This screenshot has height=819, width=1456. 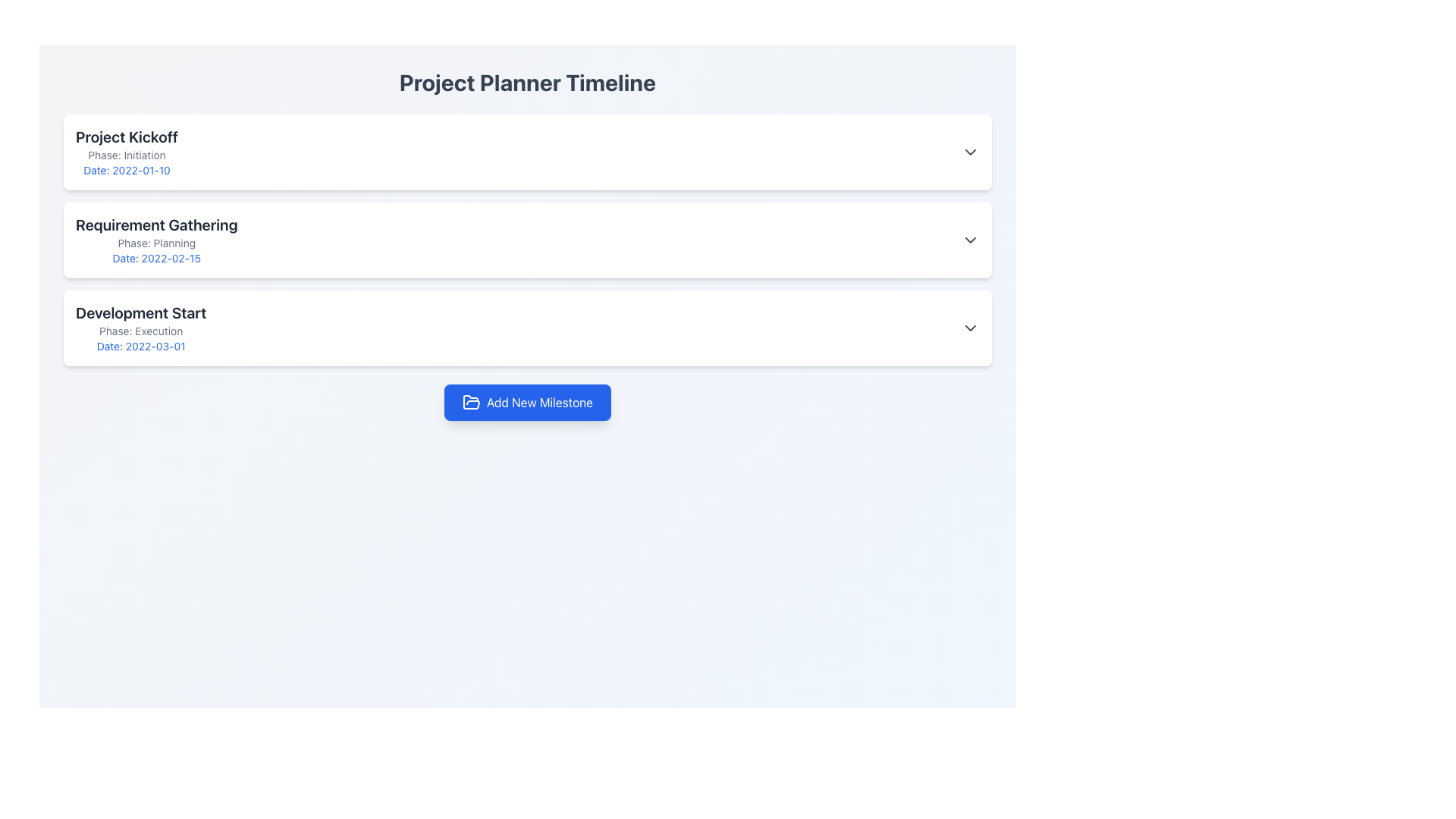 I want to click on text content of the 'Requirement Gathering' text block located under the 'Project Planner Timeline' header, which includes the title, phase, and date, so click(x=156, y=239).